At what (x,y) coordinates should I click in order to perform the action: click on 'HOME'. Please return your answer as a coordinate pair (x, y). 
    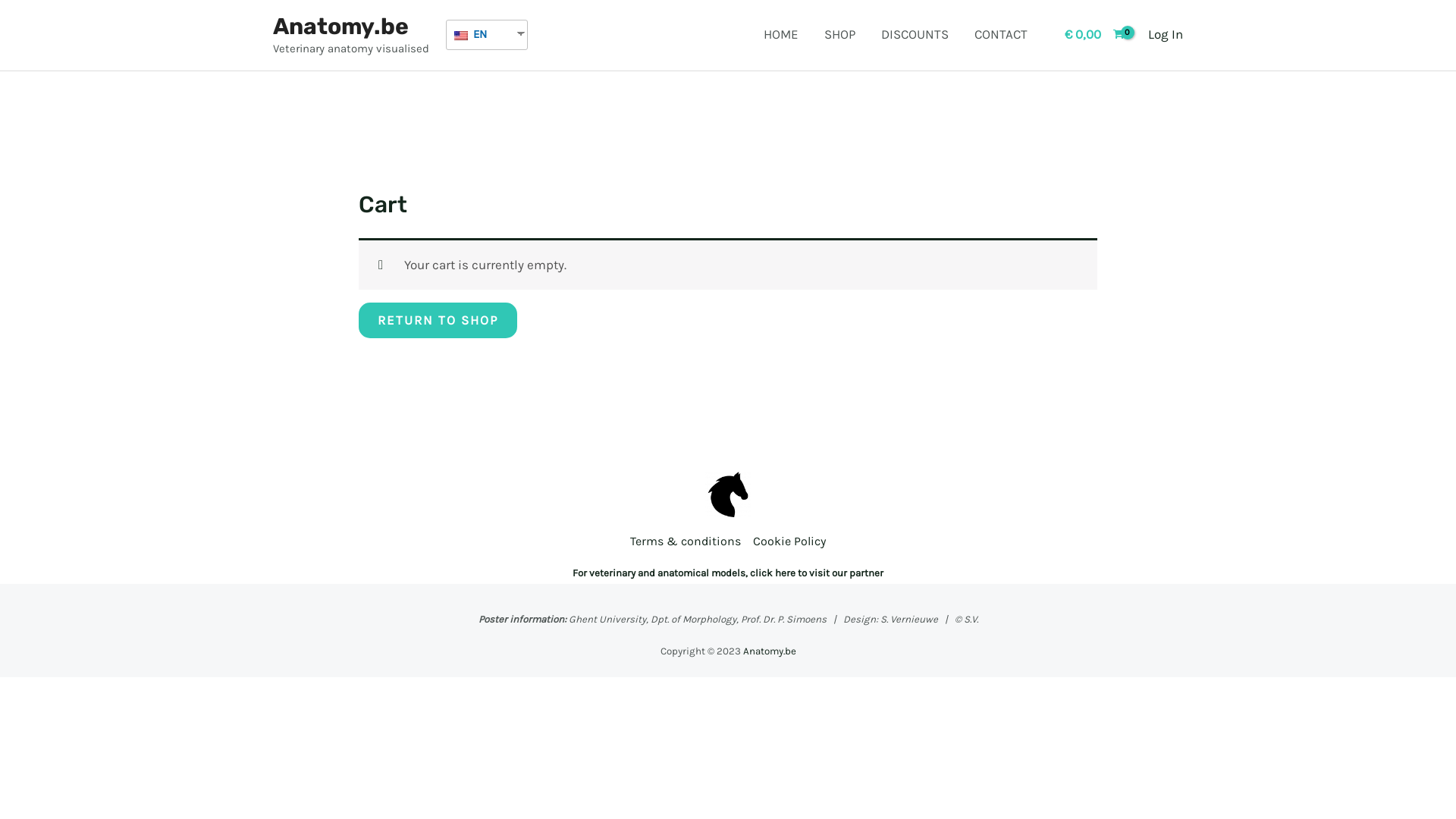
    Looking at the image, I should click on (781, 34).